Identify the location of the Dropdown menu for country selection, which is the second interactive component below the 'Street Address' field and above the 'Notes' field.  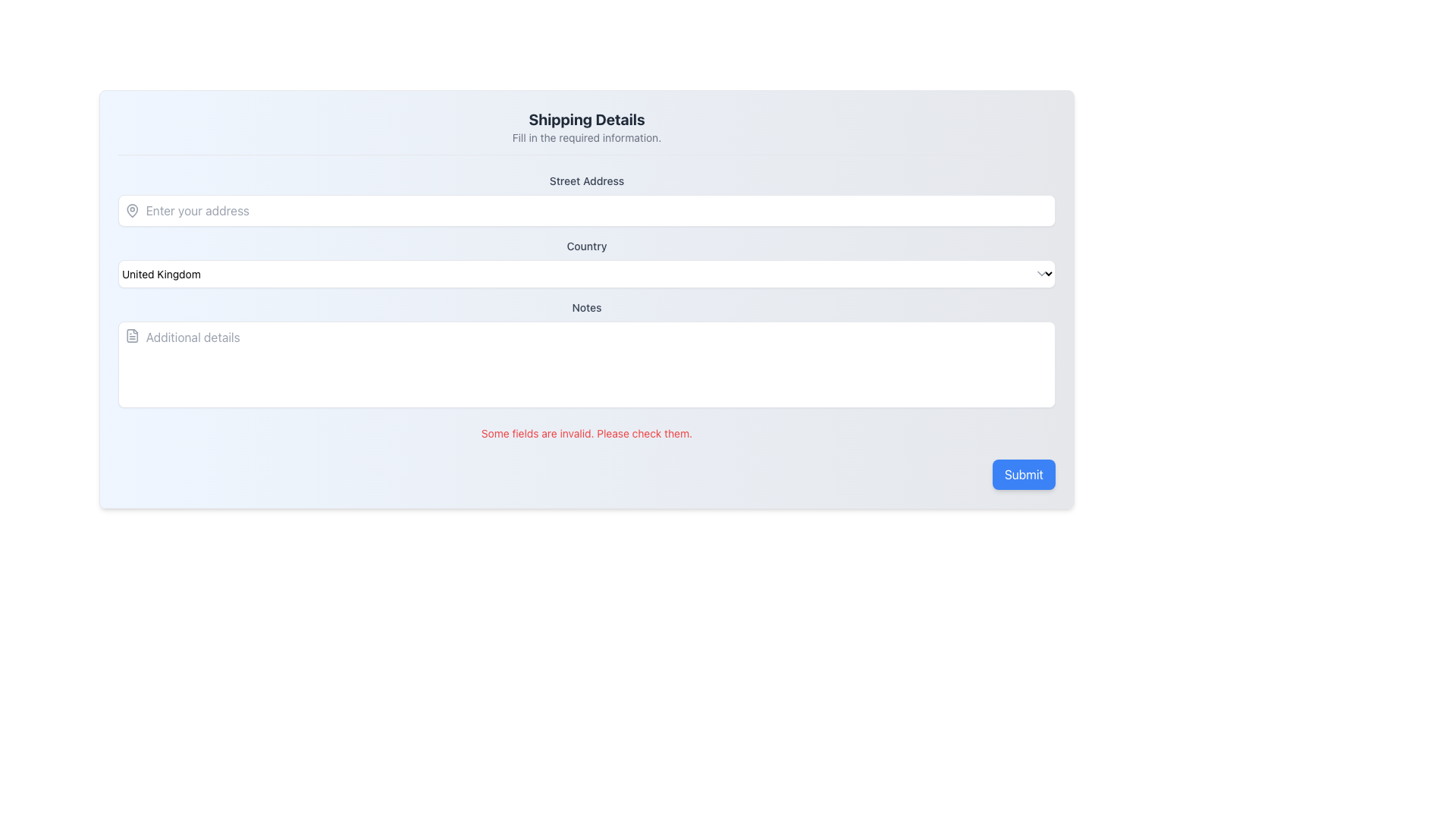
(585, 262).